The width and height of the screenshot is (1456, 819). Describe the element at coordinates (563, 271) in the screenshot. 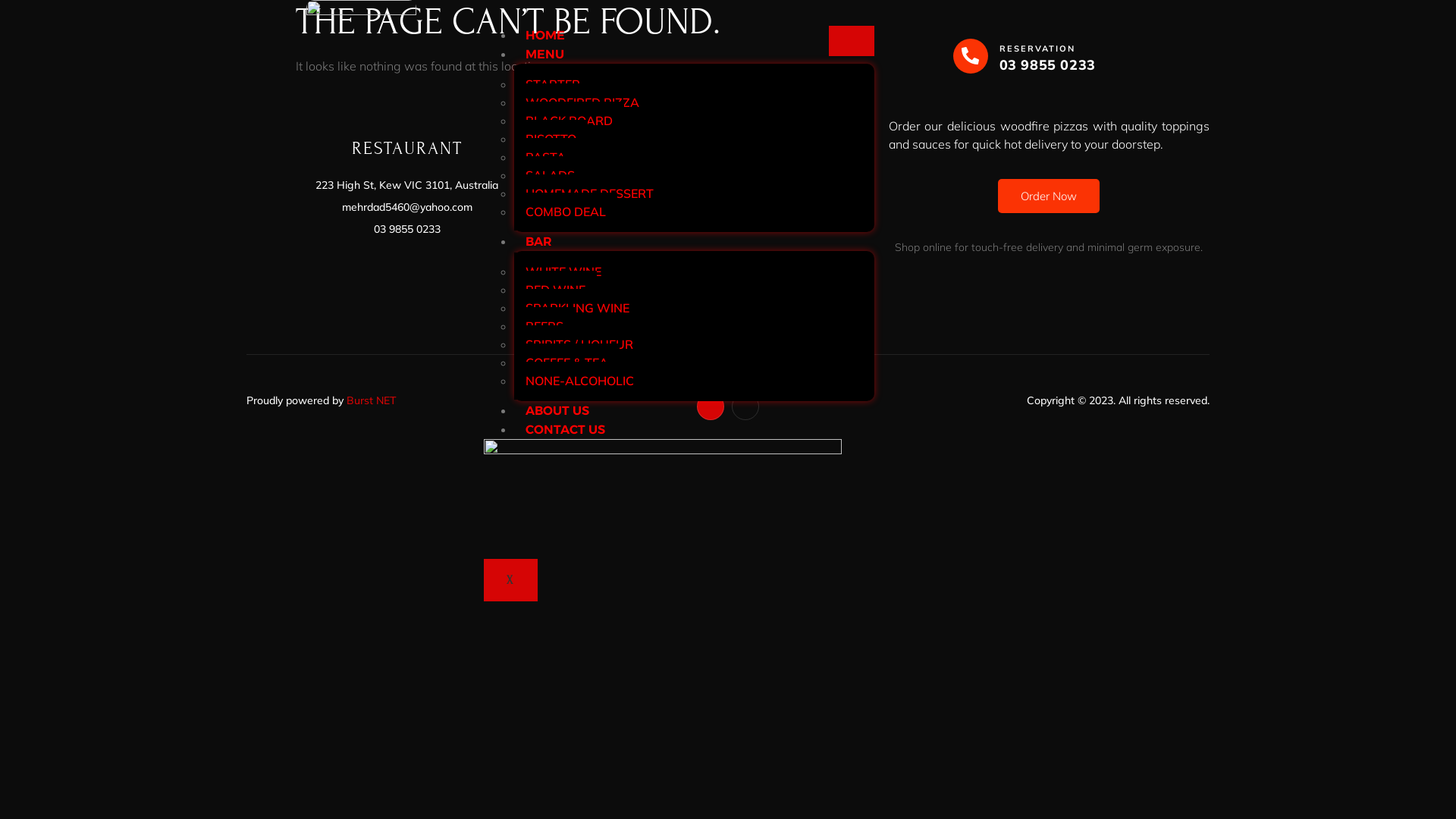

I see `'WHITE WINE'` at that location.